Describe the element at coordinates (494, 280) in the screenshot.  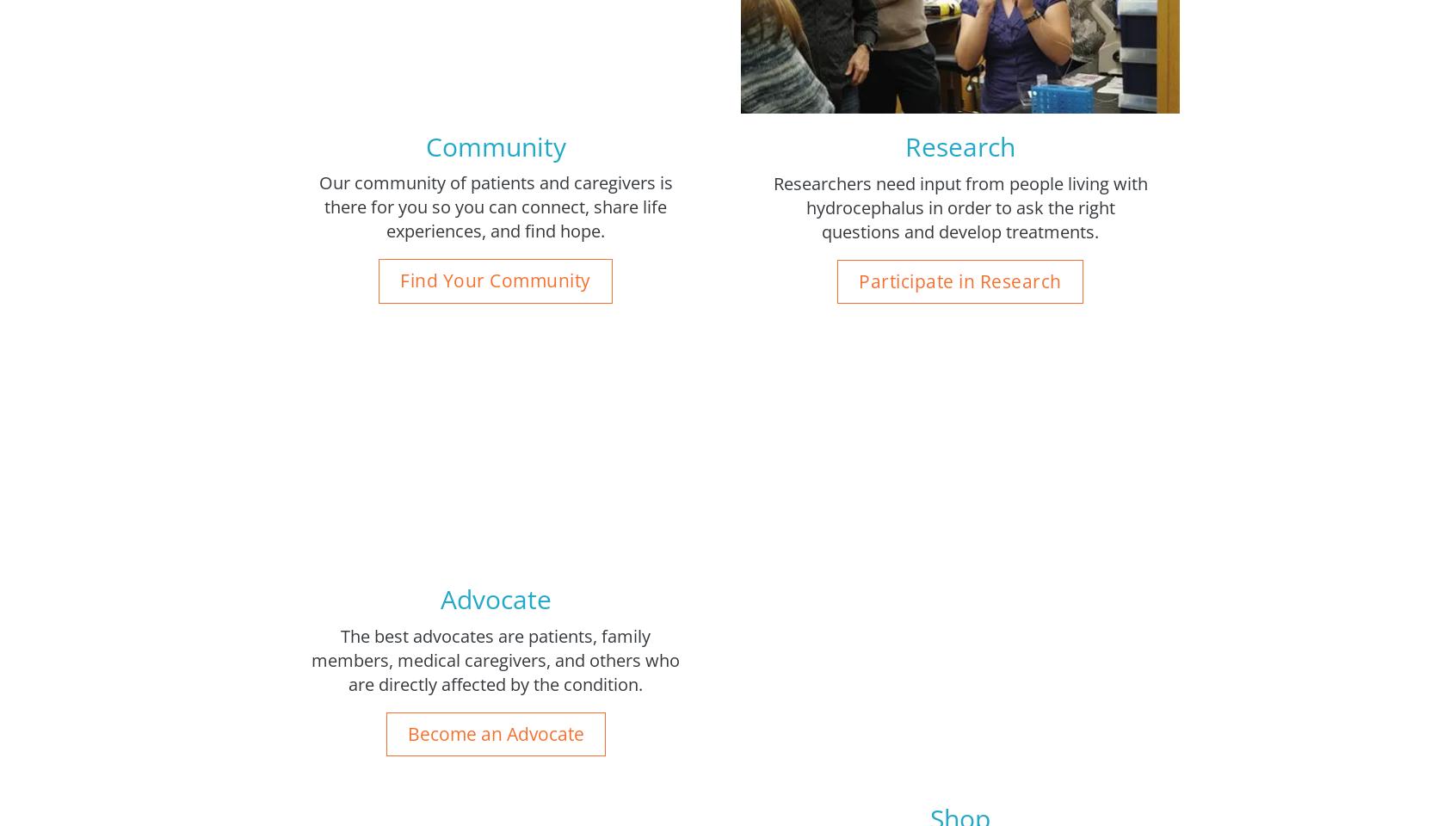
I see `'Find Your Community'` at that location.